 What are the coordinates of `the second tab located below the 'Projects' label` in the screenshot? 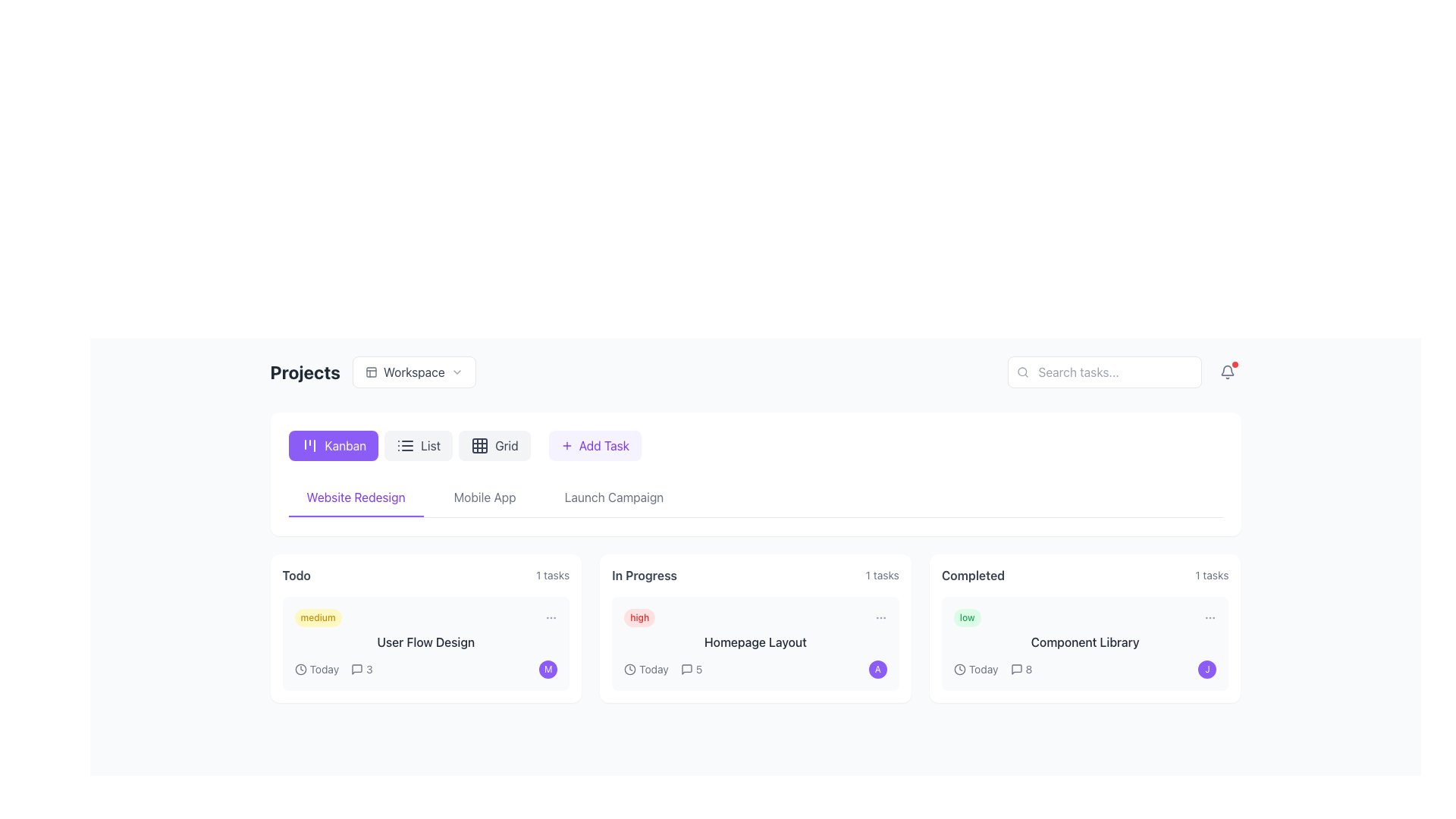 It's located at (484, 497).